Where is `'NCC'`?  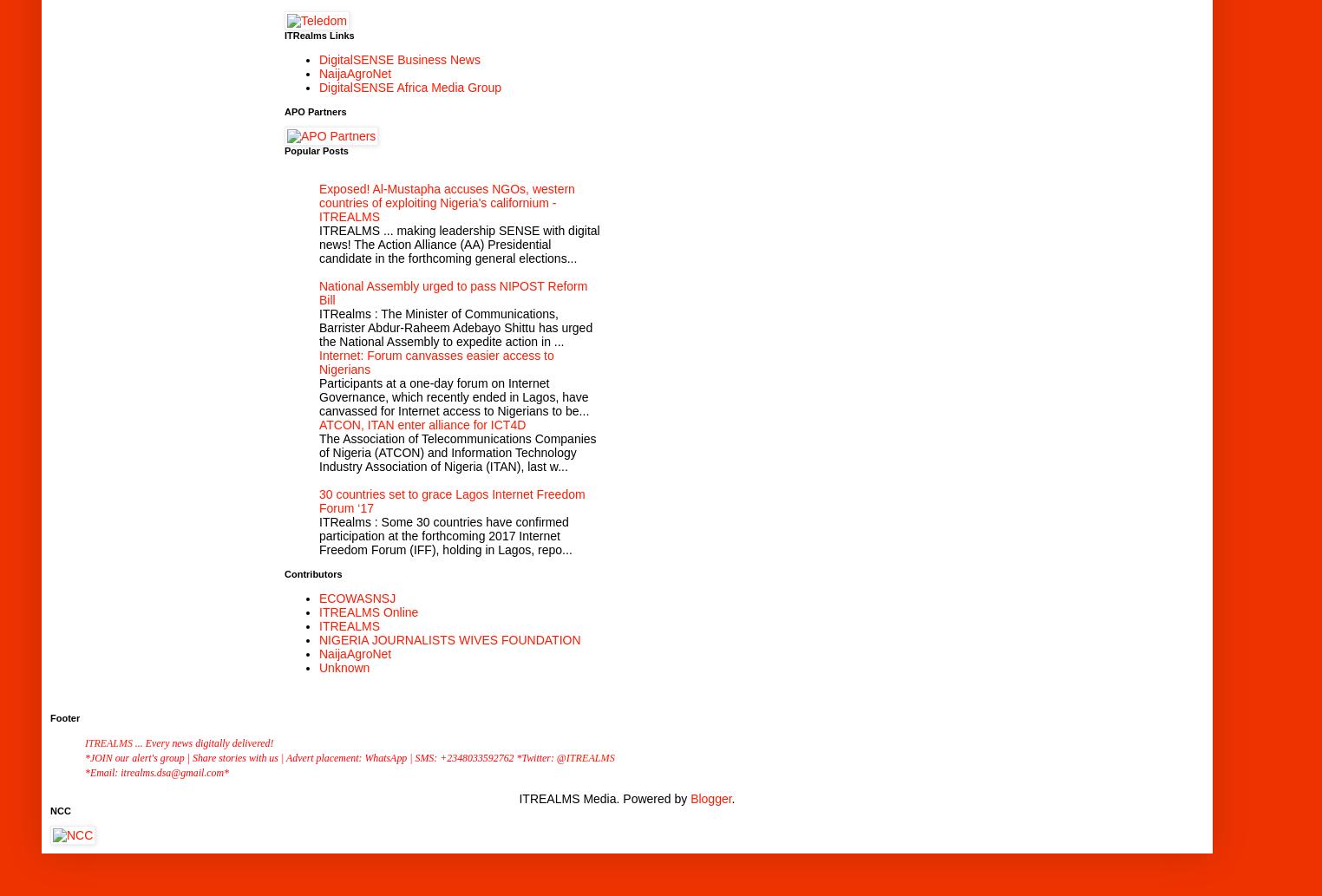 'NCC' is located at coordinates (60, 809).